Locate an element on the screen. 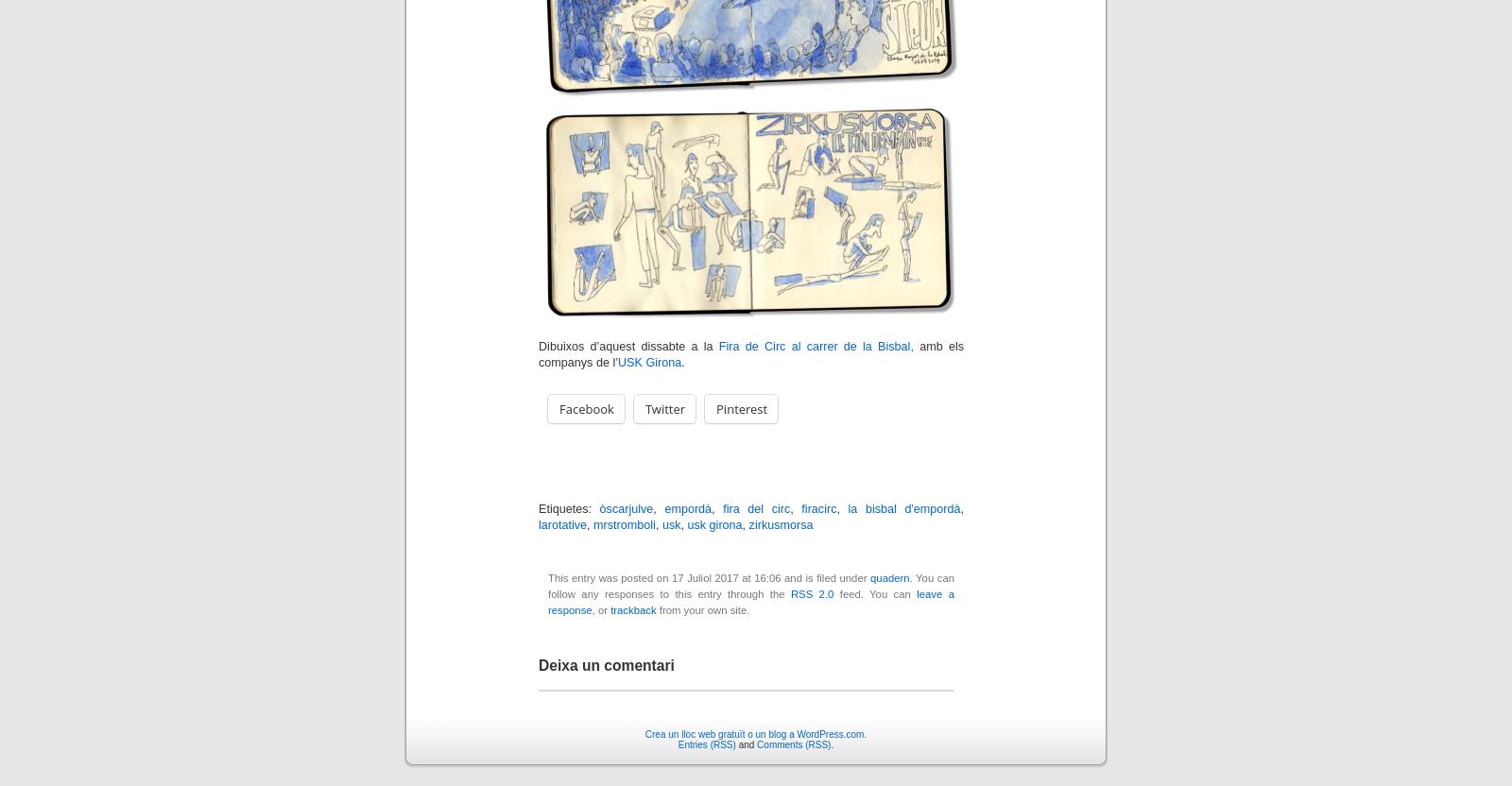 This screenshot has width=1512, height=786. 'leave a response' is located at coordinates (751, 602).